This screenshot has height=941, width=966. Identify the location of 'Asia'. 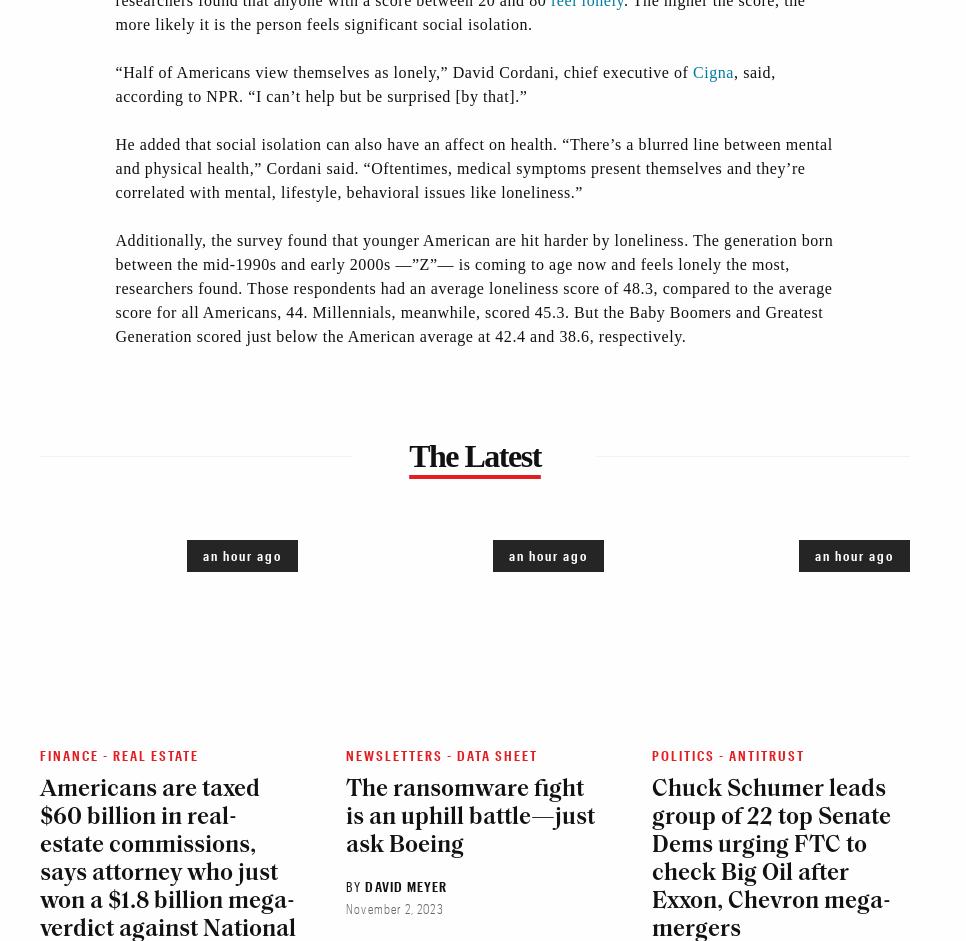
(480, 283).